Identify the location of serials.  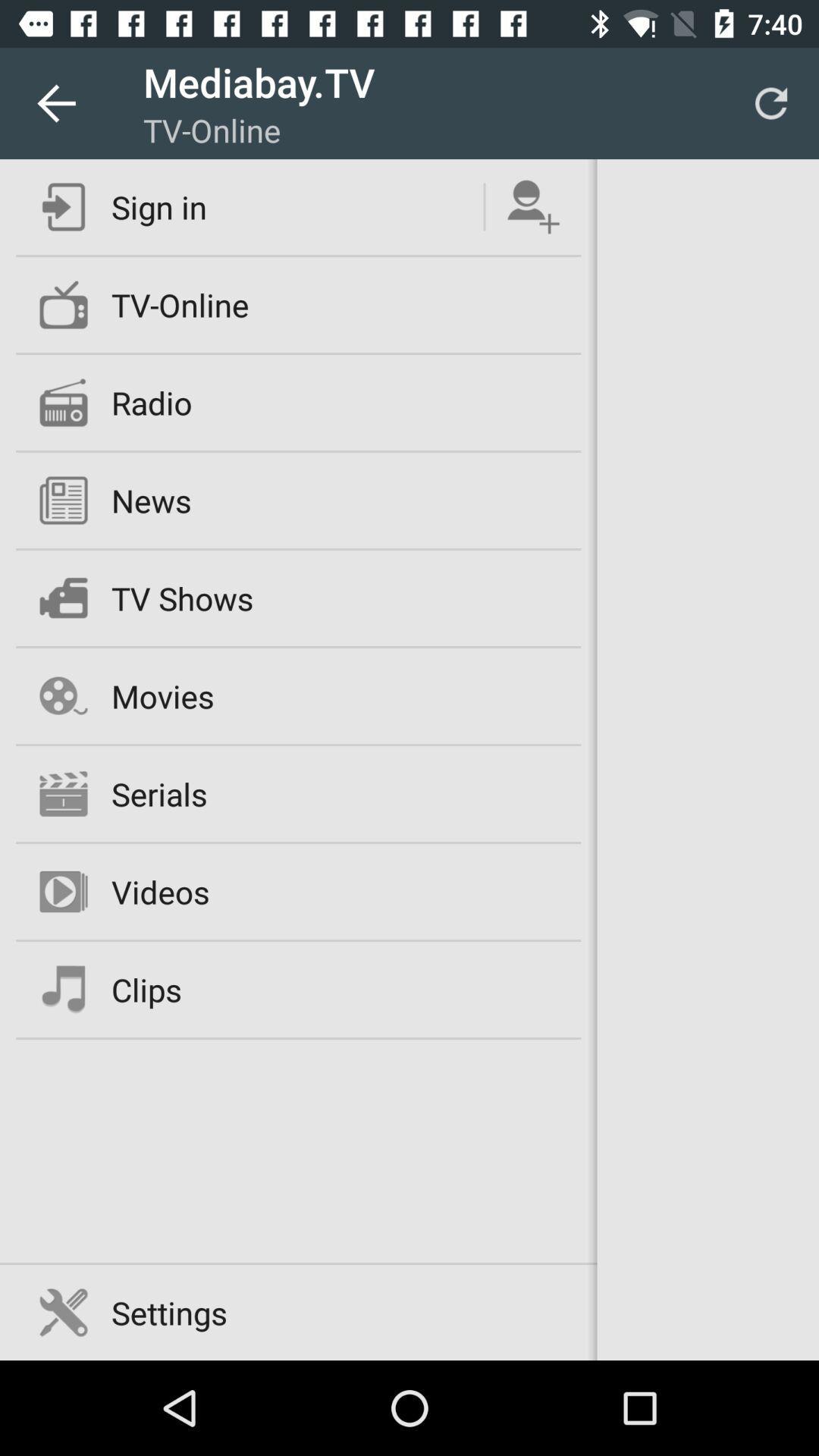
(159, 792).